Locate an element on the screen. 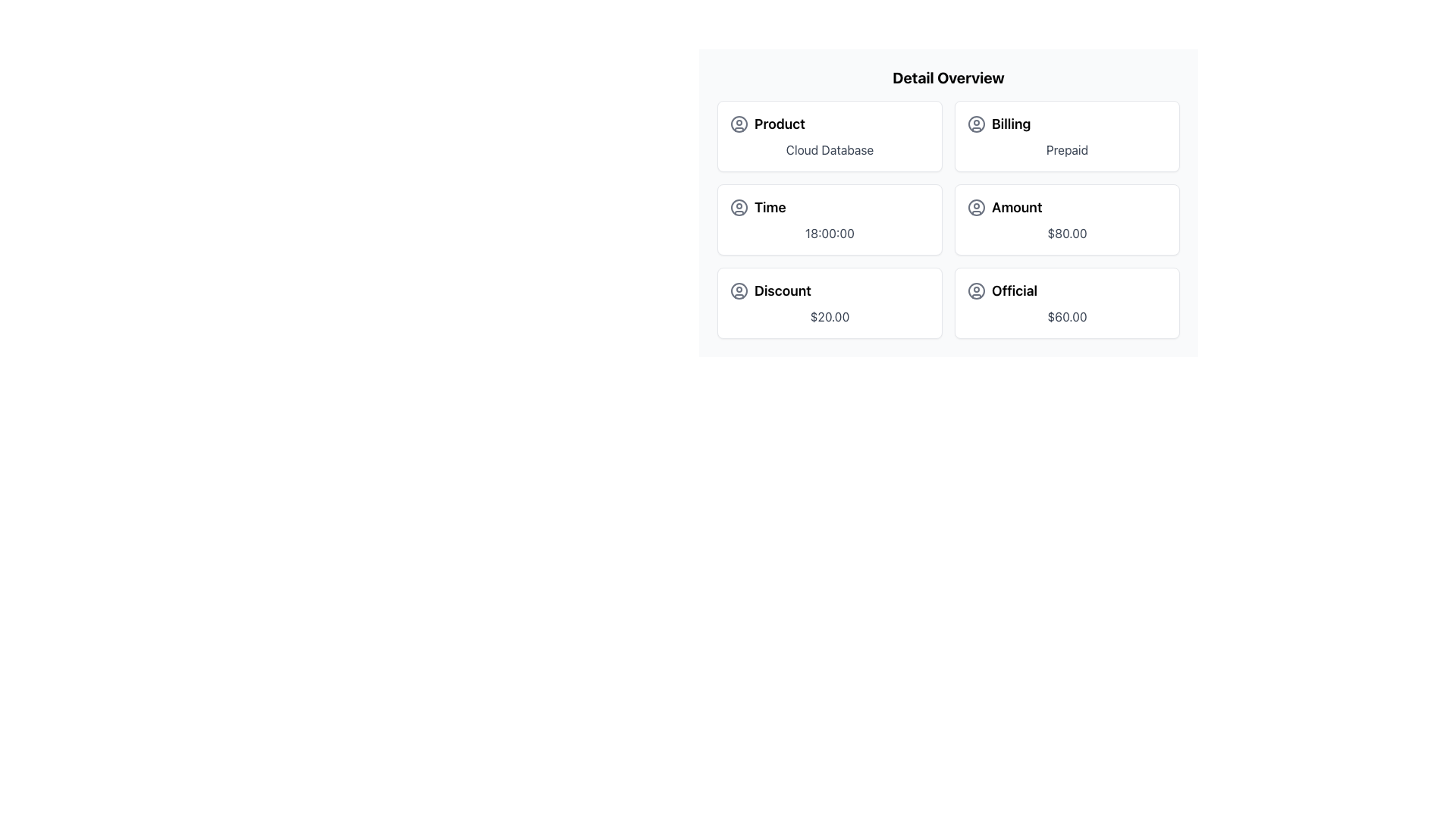 The image size is (1456, 819). the user-related icon that serves as a profile representation, located in the second row of a six-item grid, aligned to the left of the 'Time' text is located at coordinates (739, 207).